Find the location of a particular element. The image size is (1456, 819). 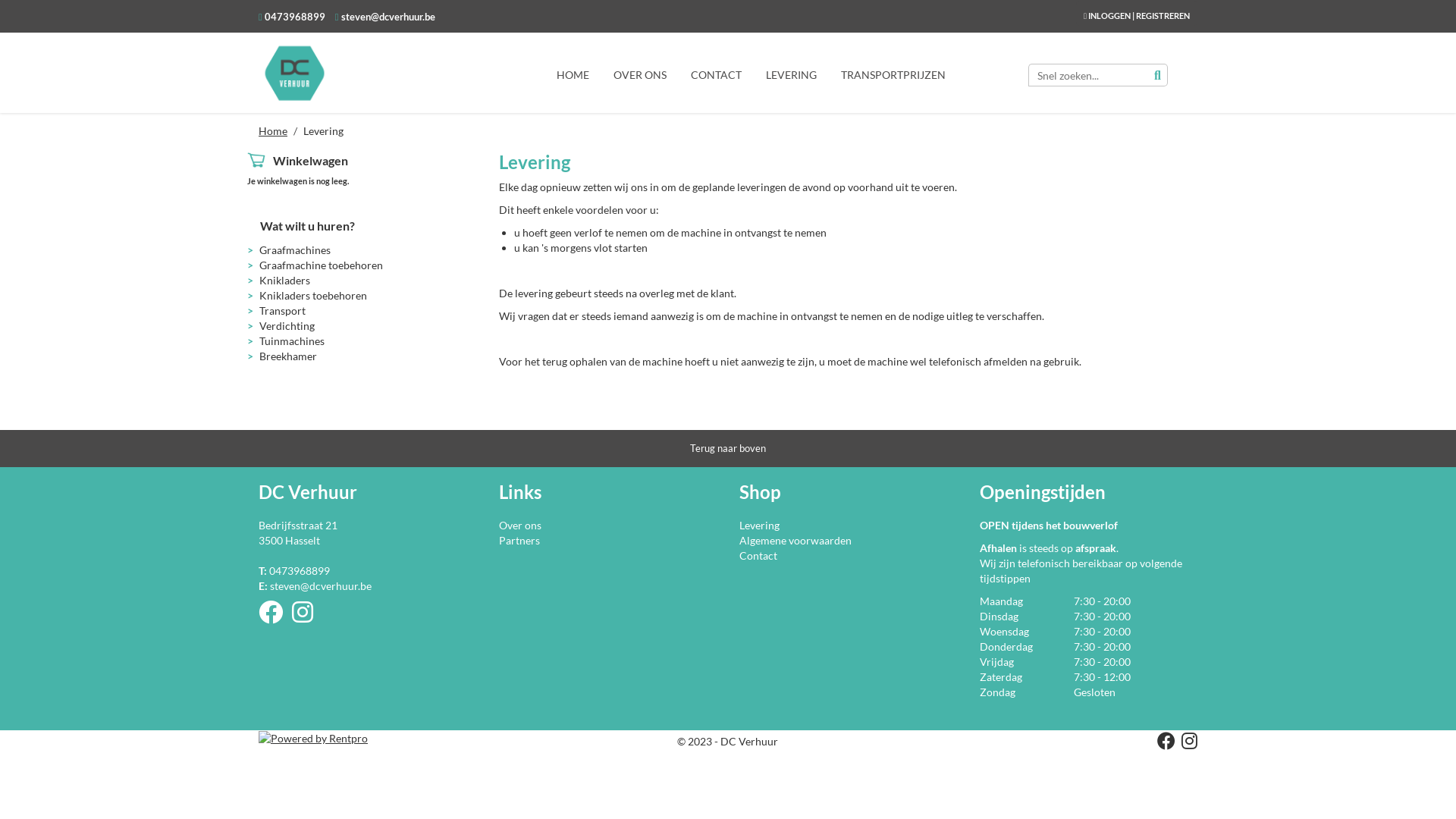

'Tuinmachines' is located at coordinates (259, 340).